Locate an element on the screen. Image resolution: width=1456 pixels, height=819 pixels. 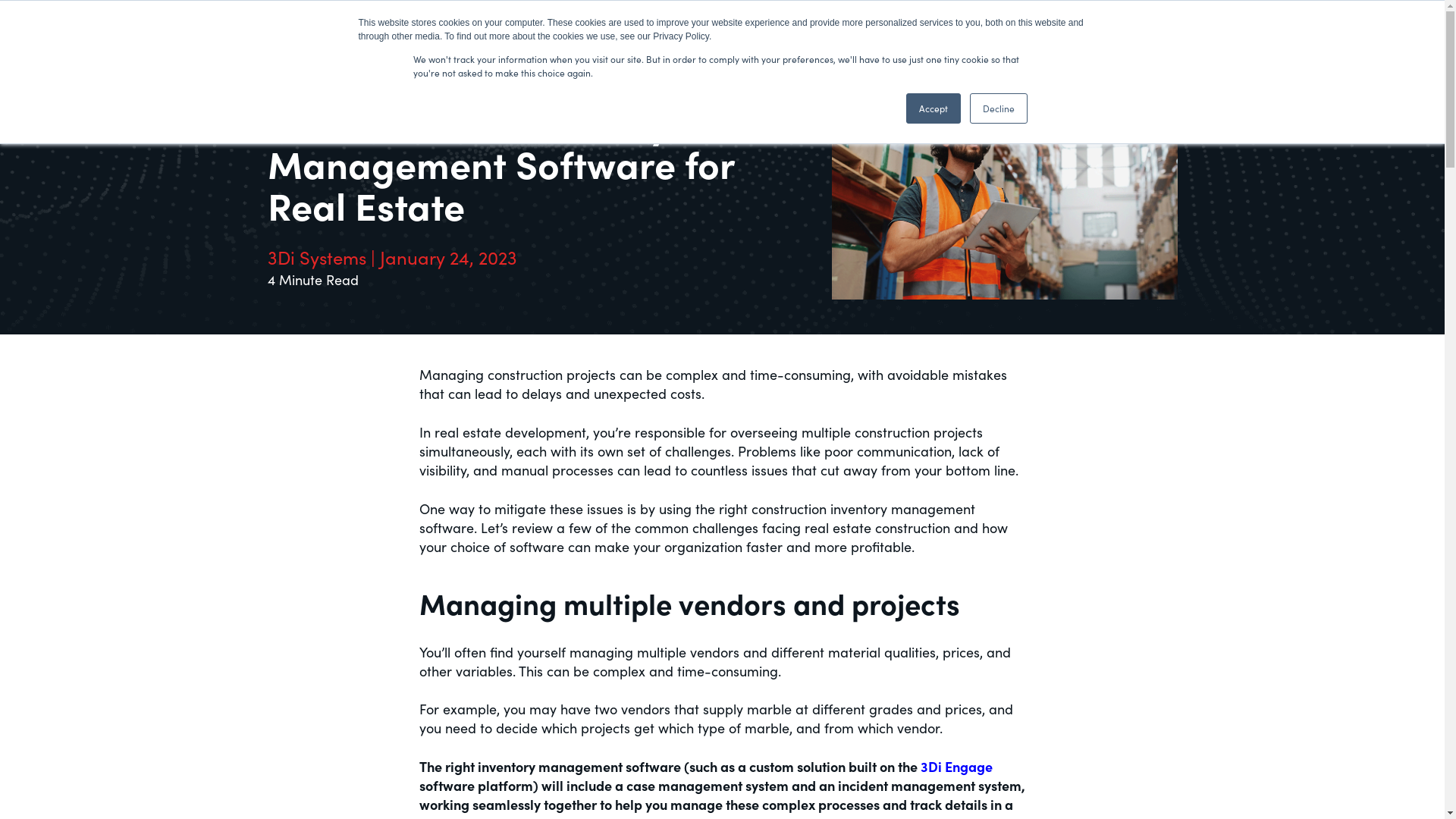
'Accept' is located at coordinates (931, 107).